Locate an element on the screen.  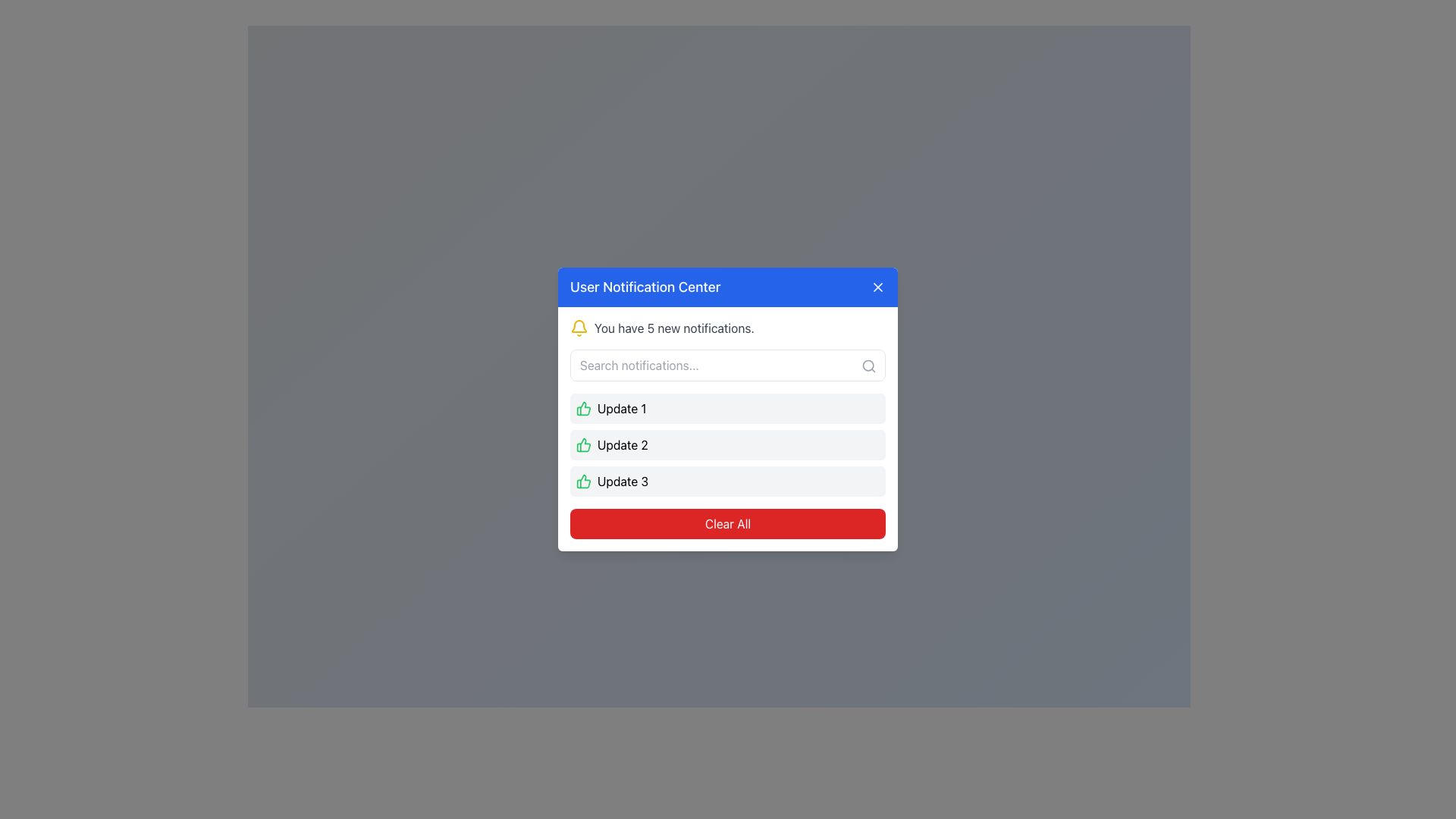
the bell-shaped yellow notification icon located at the top-left portion of the notification panel, adjacent to the text 'You have 5 new notifications.' is located at coordinates (578, 327).